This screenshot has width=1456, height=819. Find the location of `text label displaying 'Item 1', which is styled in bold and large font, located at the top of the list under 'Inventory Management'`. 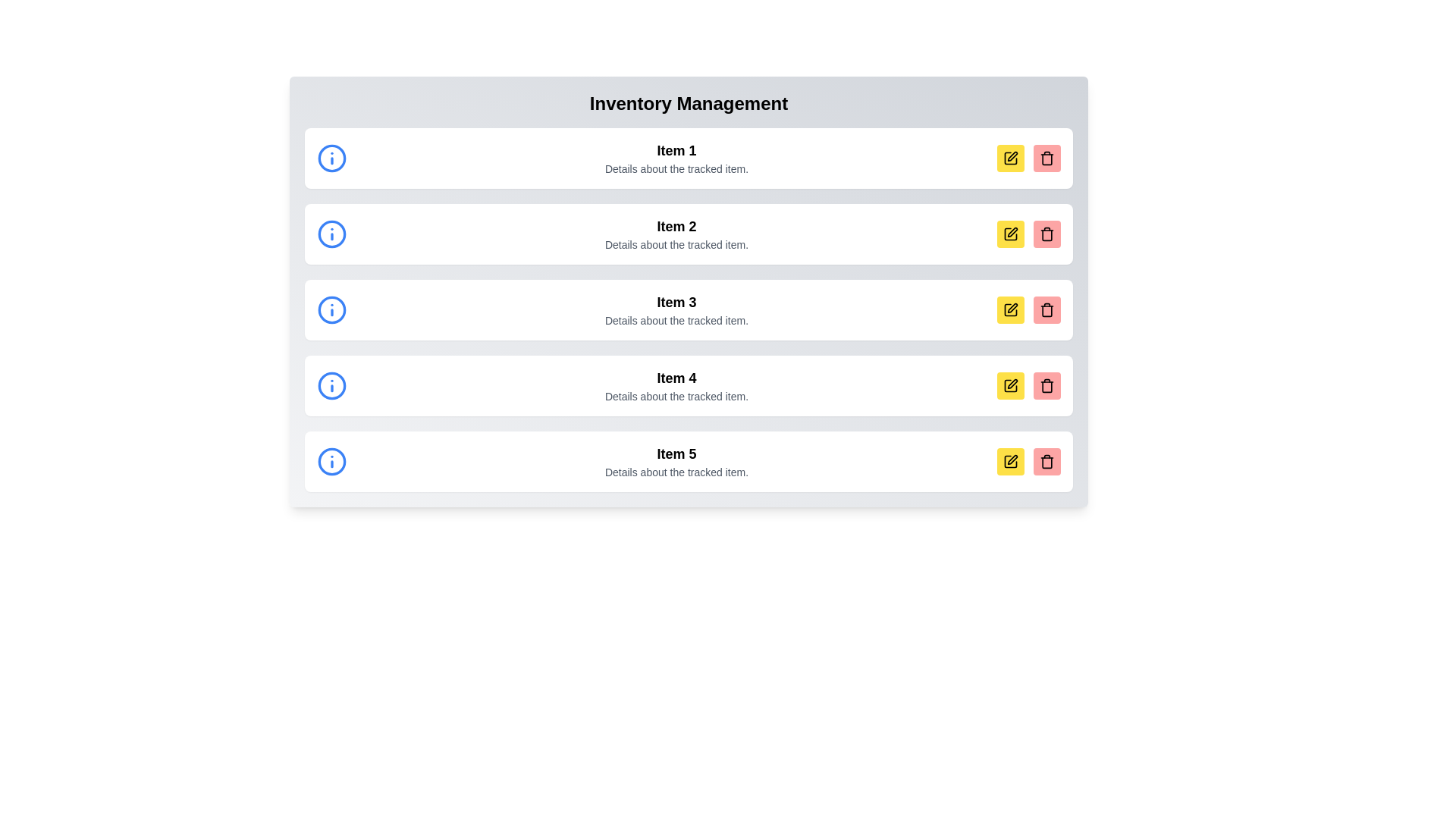

text label displaying 'Item 1', which is styled in bold and large font, located at the top of the list under 'Inventory Management' is located at coordinates (676, 151).